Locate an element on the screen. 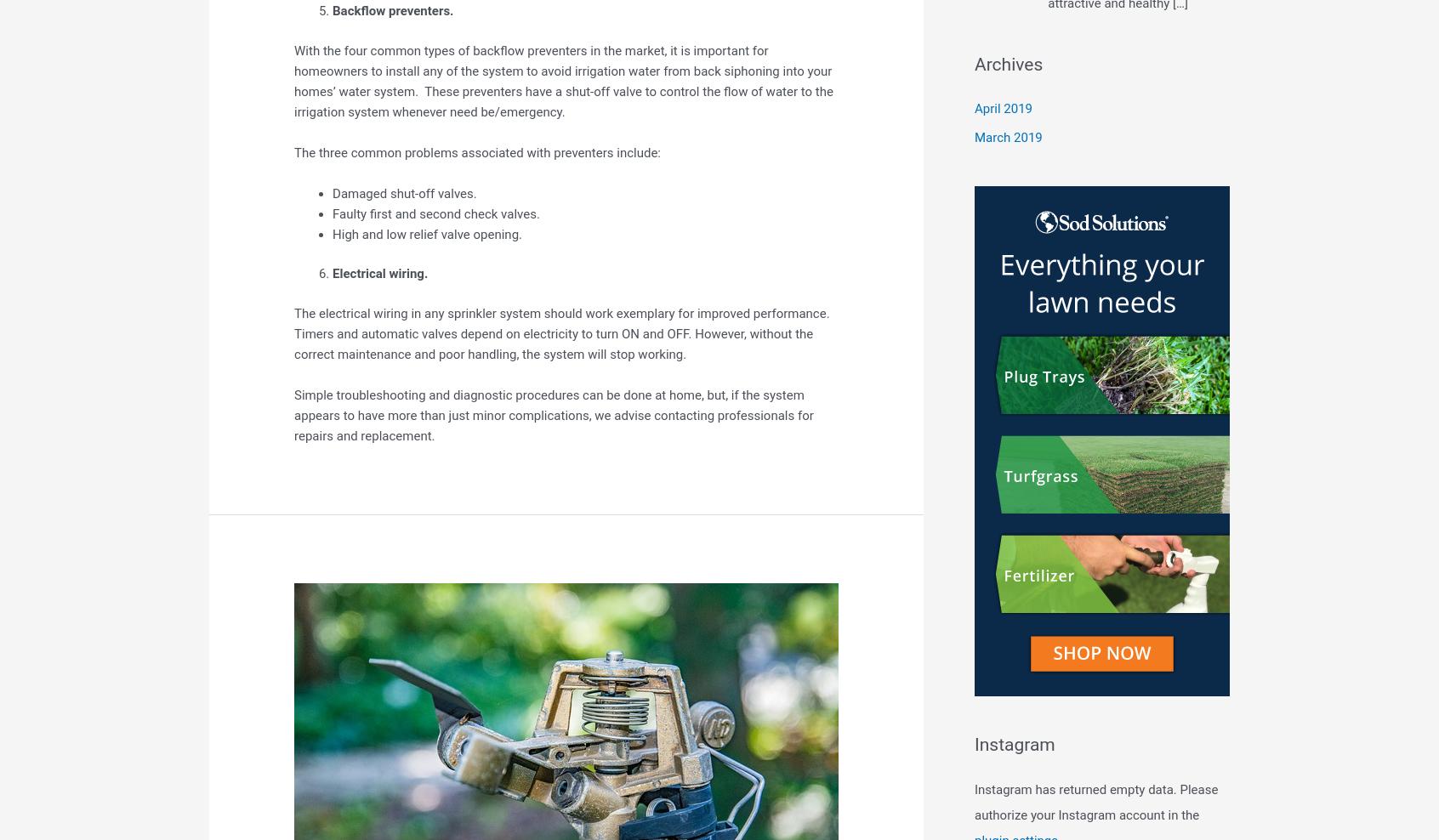  'March 2019' is located at coordinates (1007, 137).